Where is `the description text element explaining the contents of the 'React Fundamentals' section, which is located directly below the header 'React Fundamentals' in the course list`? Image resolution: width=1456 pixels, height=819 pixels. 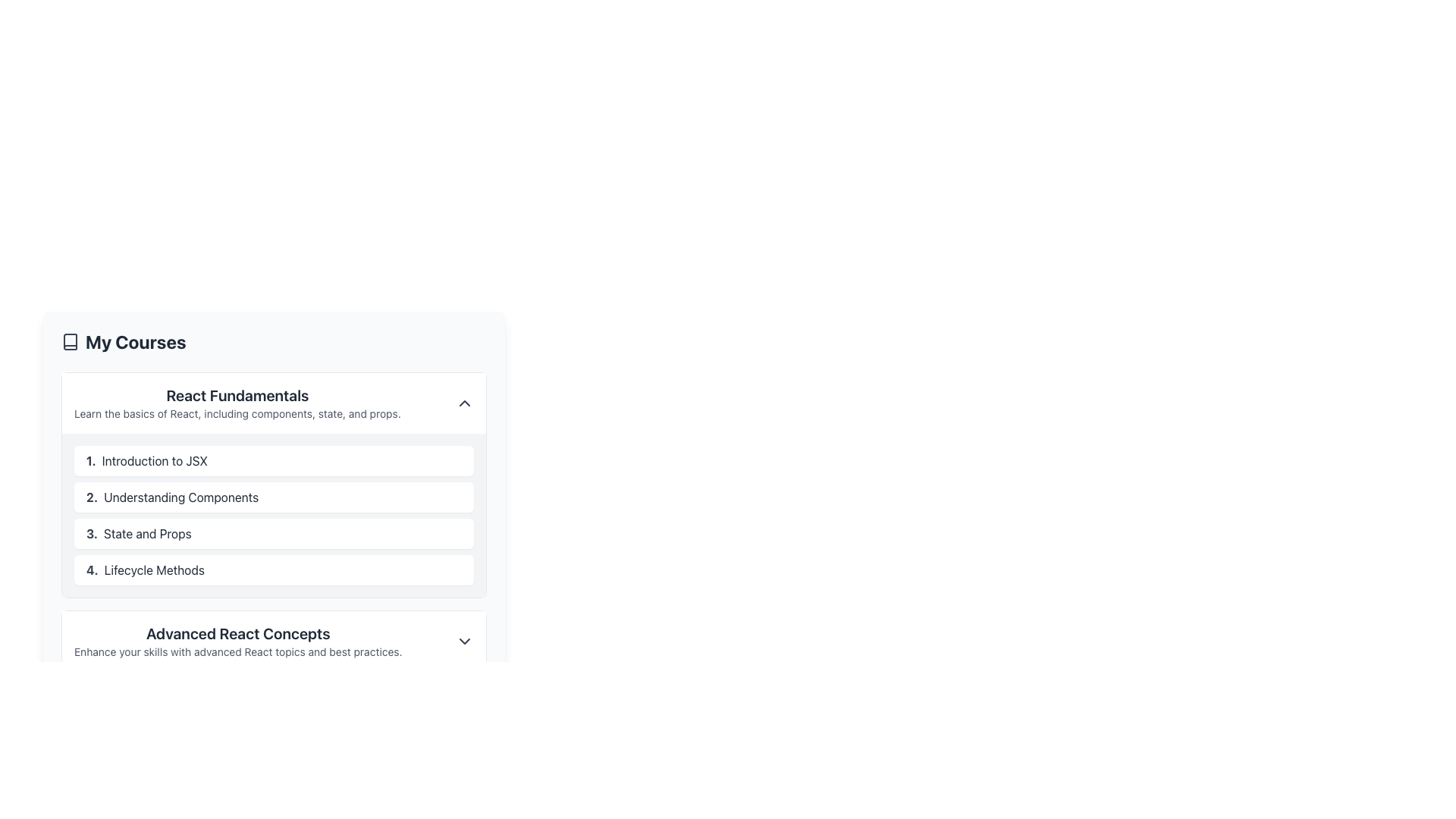 the description text element explaining the contents of the 'React Fundamentals' section, which is located directly below the header 'React Fundamentals' in the course list is located at coordinates (237, 414).